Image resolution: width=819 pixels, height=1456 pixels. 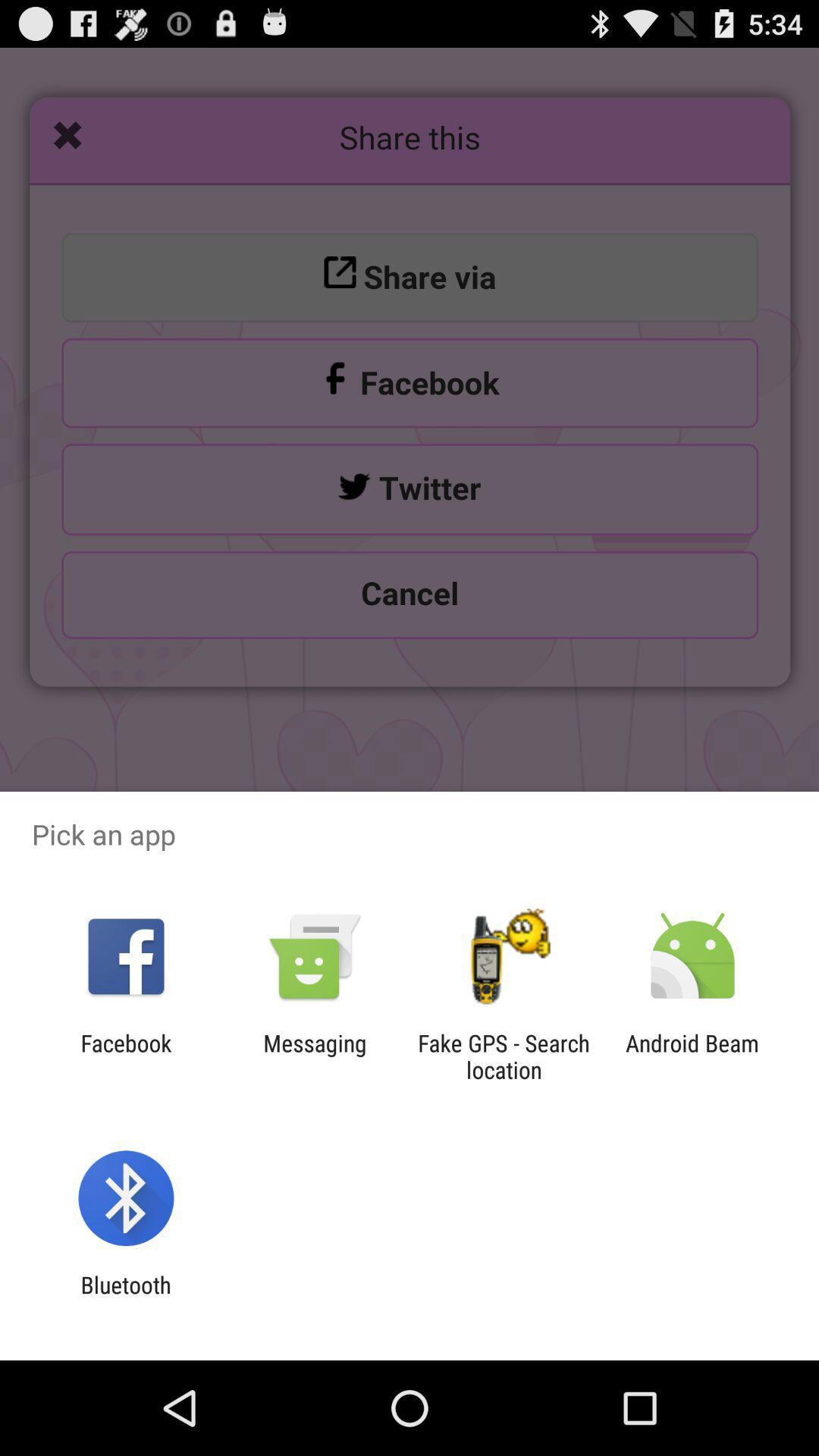 What do you see at coordinates (314, 1056) in the screenshot?
I see `the icon to the right of the facebook` at bounding box center [314, 1056].